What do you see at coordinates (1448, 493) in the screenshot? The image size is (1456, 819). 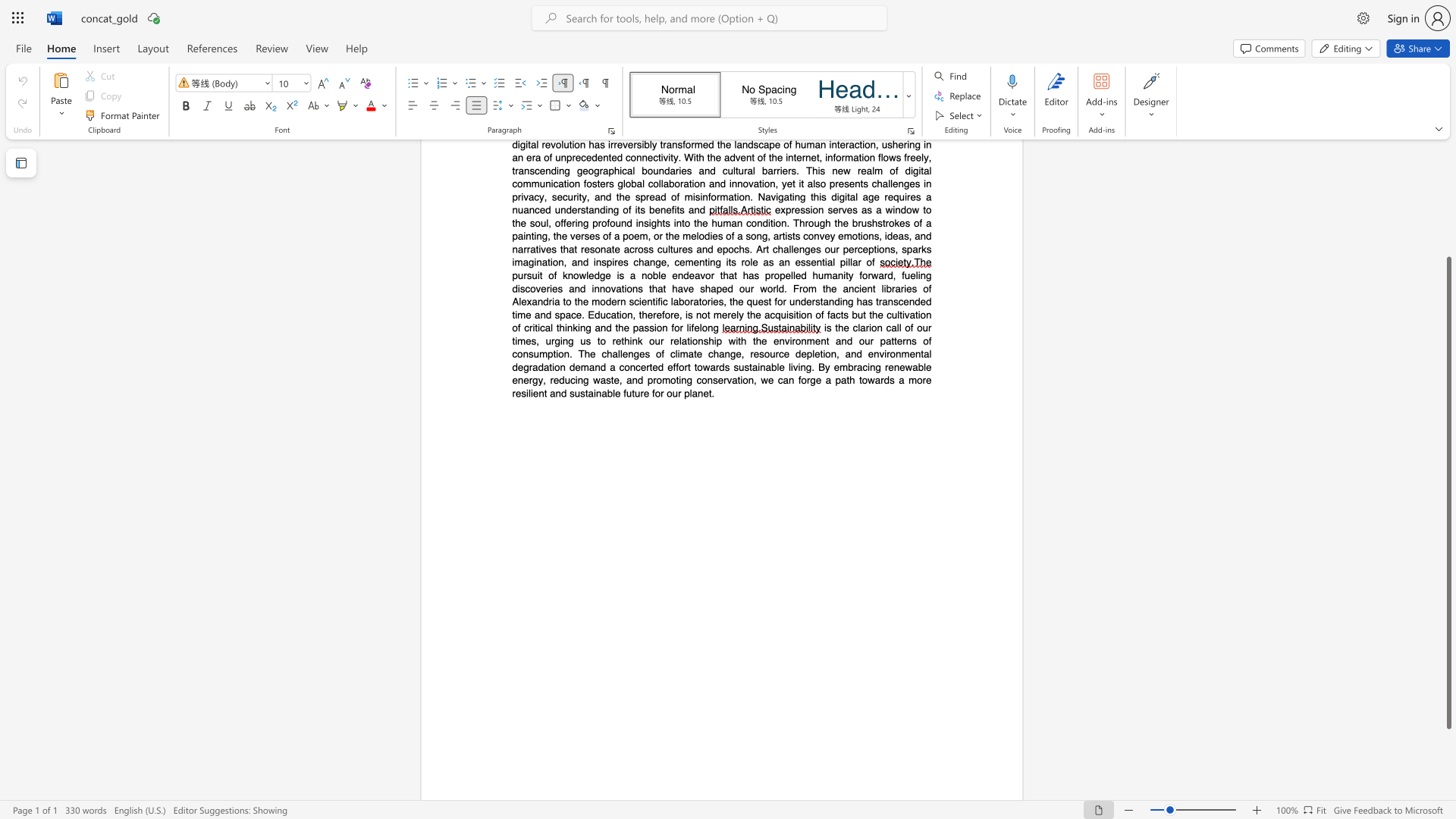 I see `the scrollbar and move down 90 pixels` at bounding box center [1448, 493].